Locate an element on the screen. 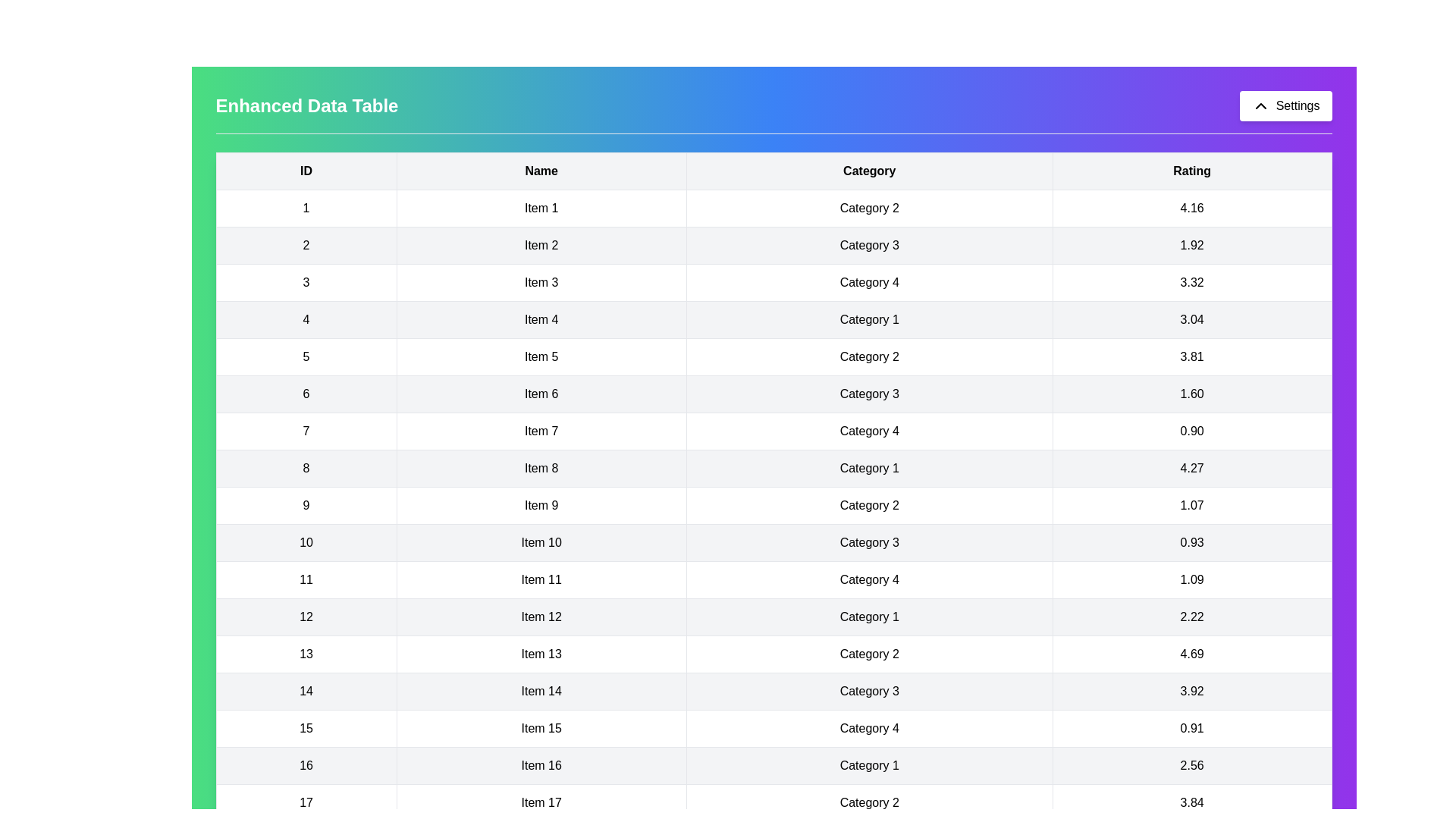 The height and width of the screenshot is (819, 1456). the table header Name to examine it is located at coordinates (541, 171).